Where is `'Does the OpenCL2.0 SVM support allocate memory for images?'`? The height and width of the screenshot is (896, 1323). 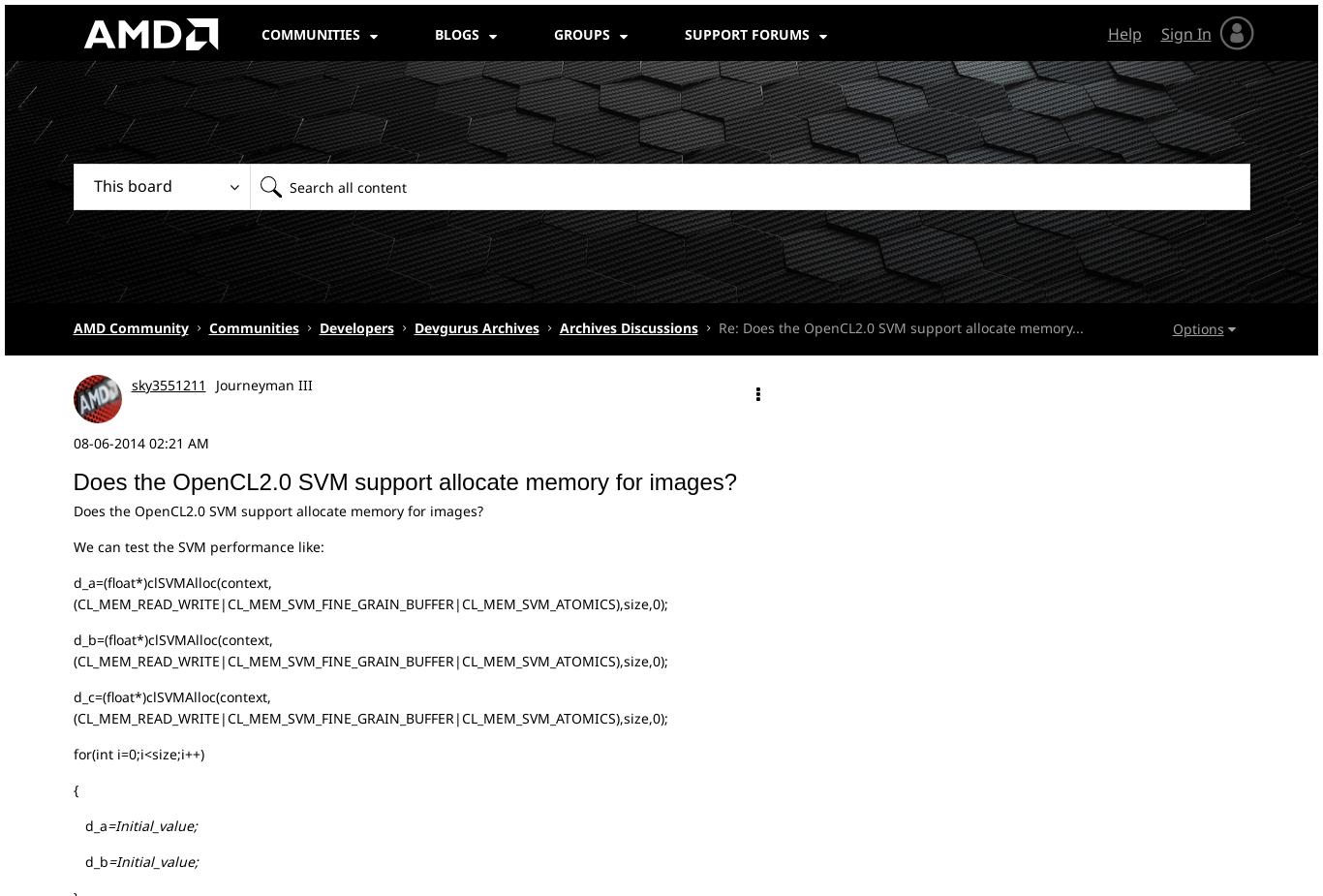 'Does the OpenCL2.0 SVM support allocate memory for images?' is located at coordinates (277, 510).